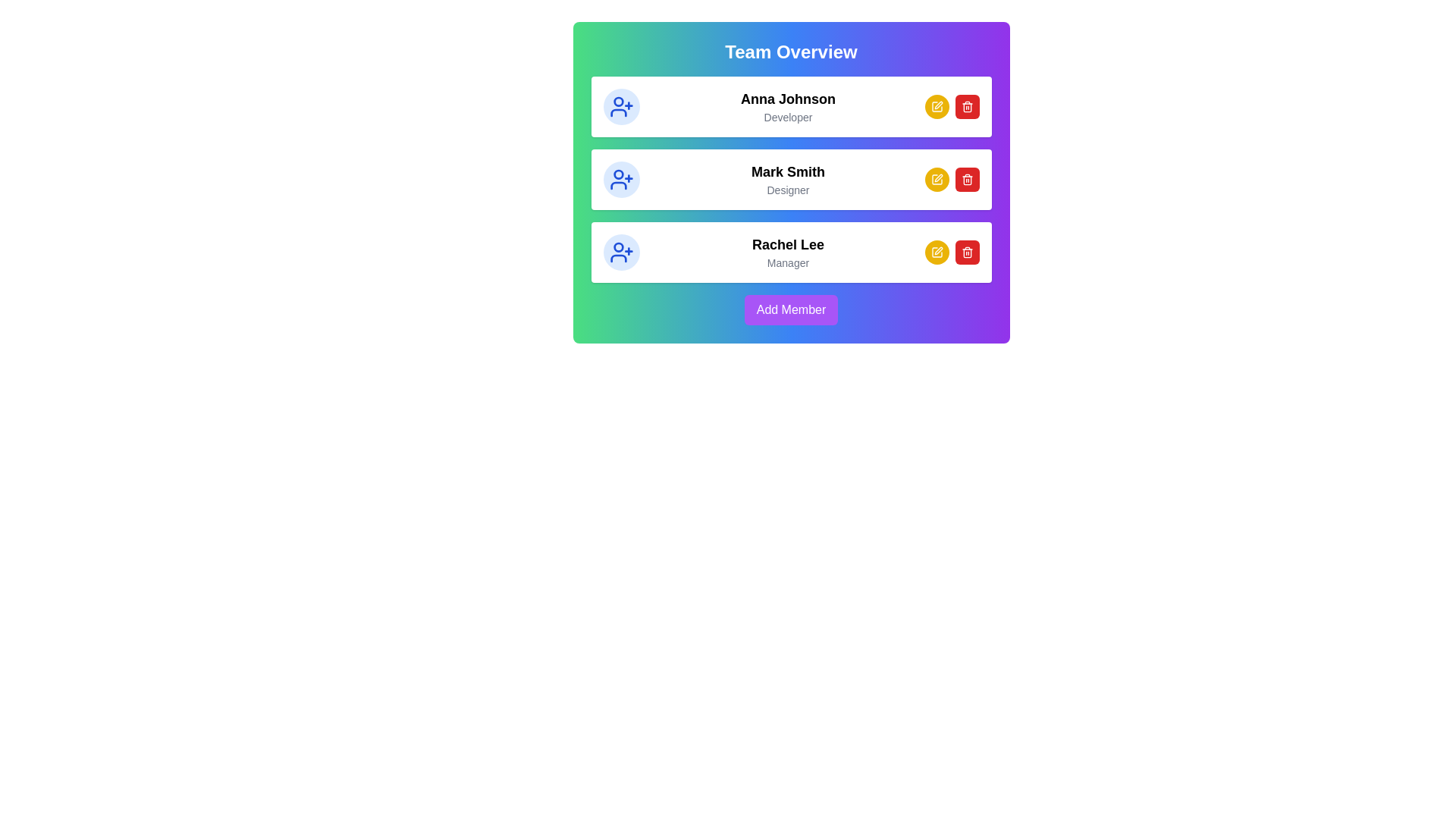 This screenshot has height=819, width=1456. I want to click on the small SVG circle element representing the graphical part of the user-icon for the third team member, which is related to 'Rachel Lee, Manager', so click(618, 246).